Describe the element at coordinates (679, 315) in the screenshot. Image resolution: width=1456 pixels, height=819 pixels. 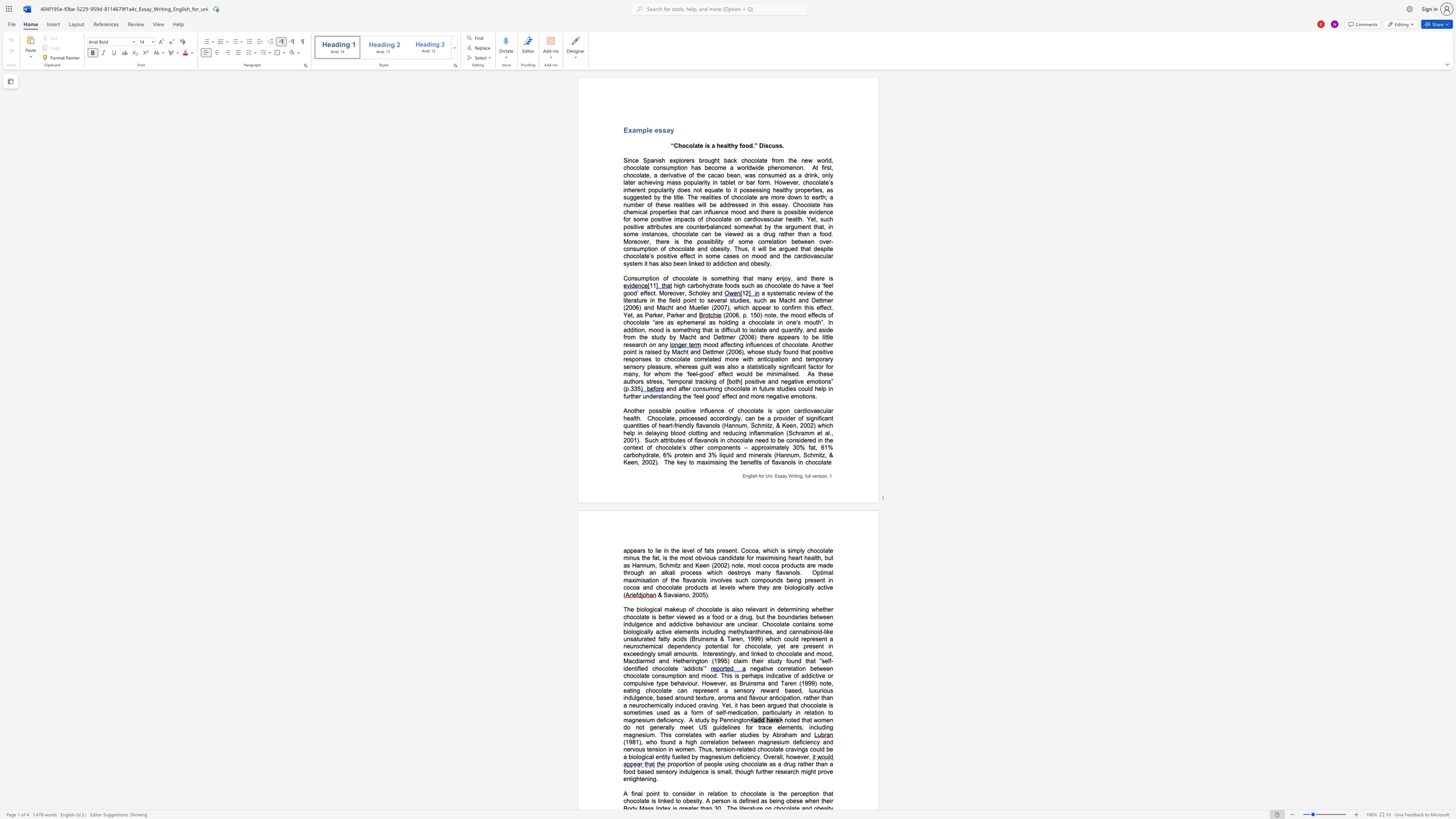
I see `the subset text "er an" within the text "this effect. Yet, as Parker, Parker and"` at that location.